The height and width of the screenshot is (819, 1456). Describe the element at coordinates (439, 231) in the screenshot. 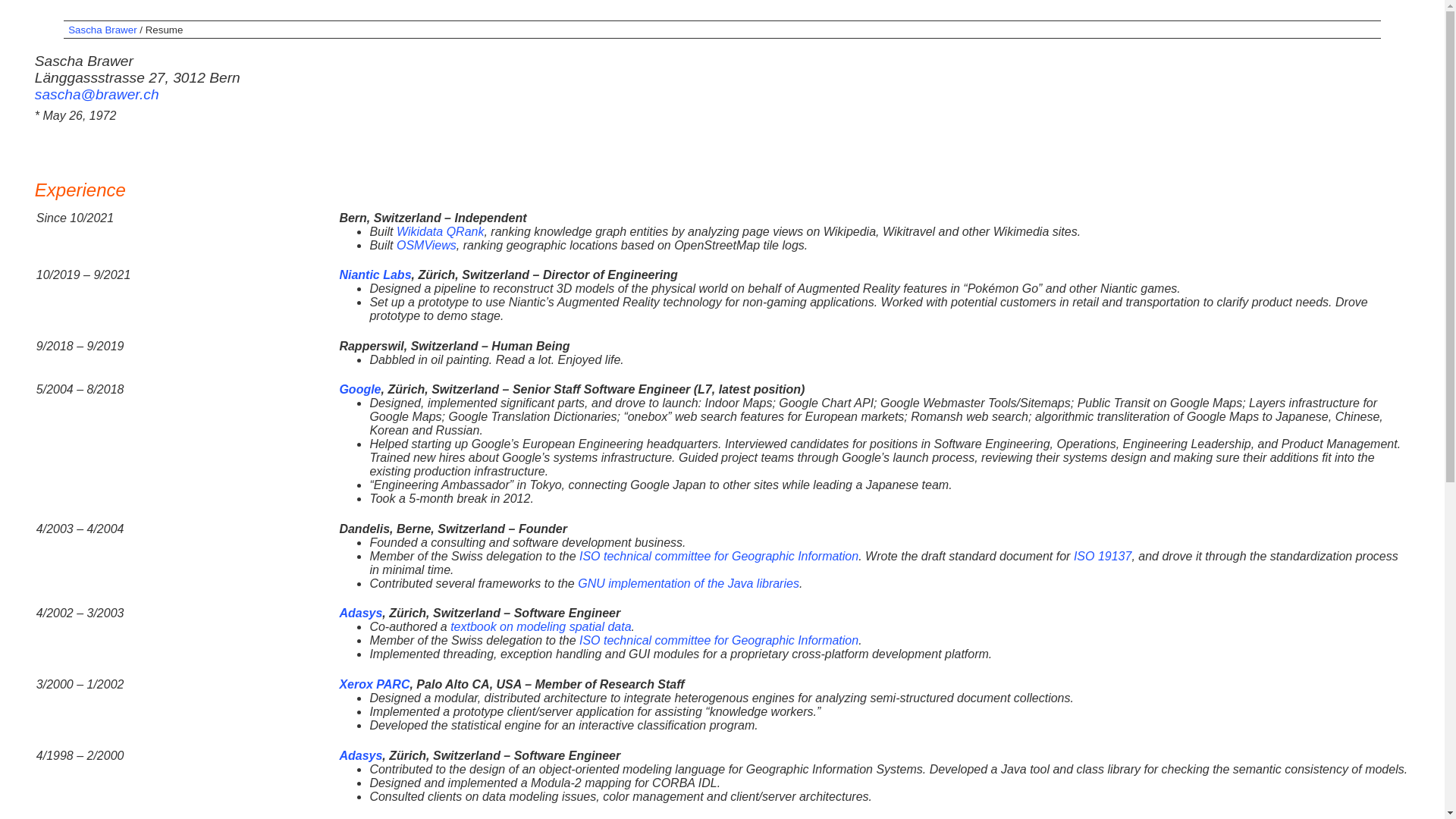

I see `'Wikidata QRank'` at that location.